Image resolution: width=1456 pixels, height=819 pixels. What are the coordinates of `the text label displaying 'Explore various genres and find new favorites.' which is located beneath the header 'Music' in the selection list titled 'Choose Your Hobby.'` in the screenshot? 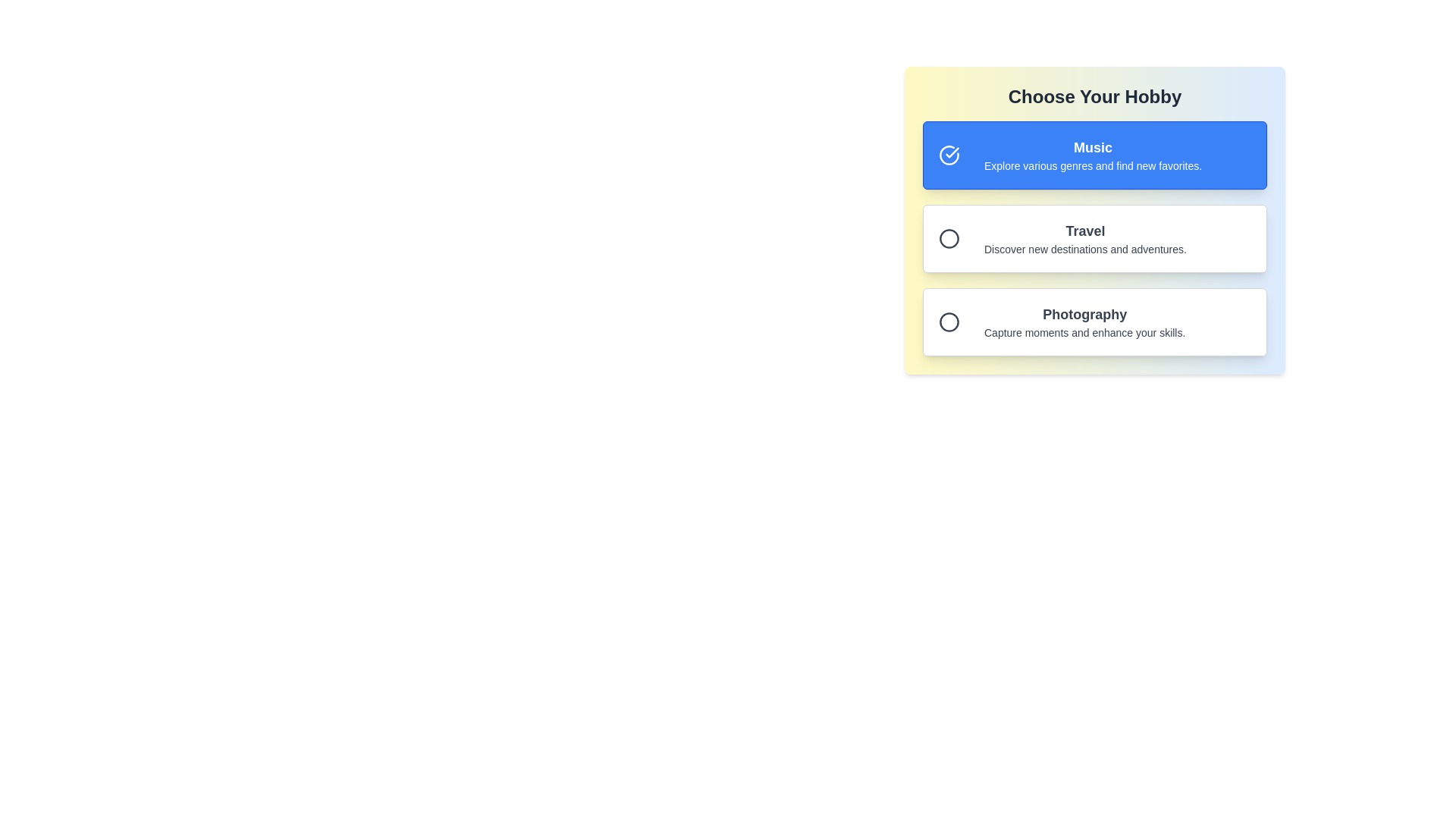 It's located at (1093, 166).